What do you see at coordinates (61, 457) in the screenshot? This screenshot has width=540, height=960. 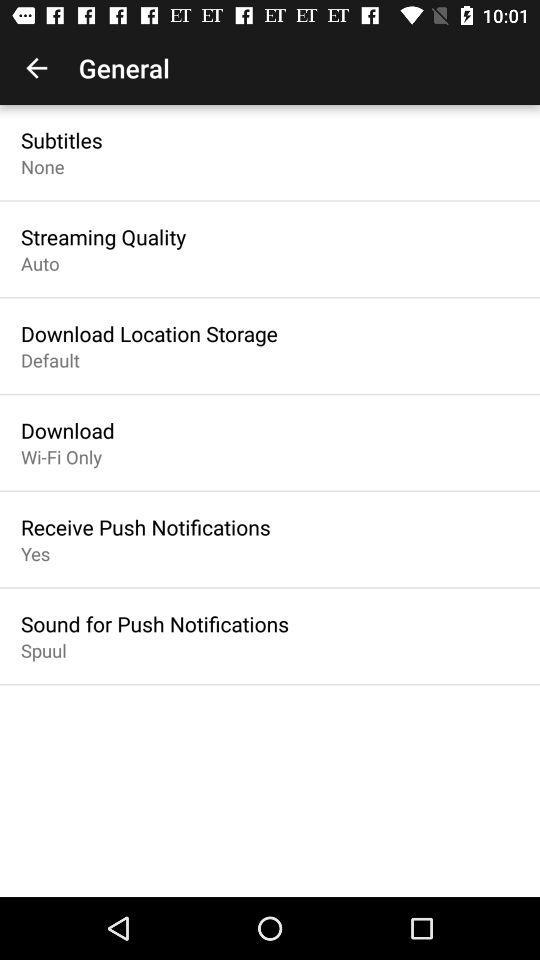 I see `the wi-fi only item` at bounding box center [61, 457].